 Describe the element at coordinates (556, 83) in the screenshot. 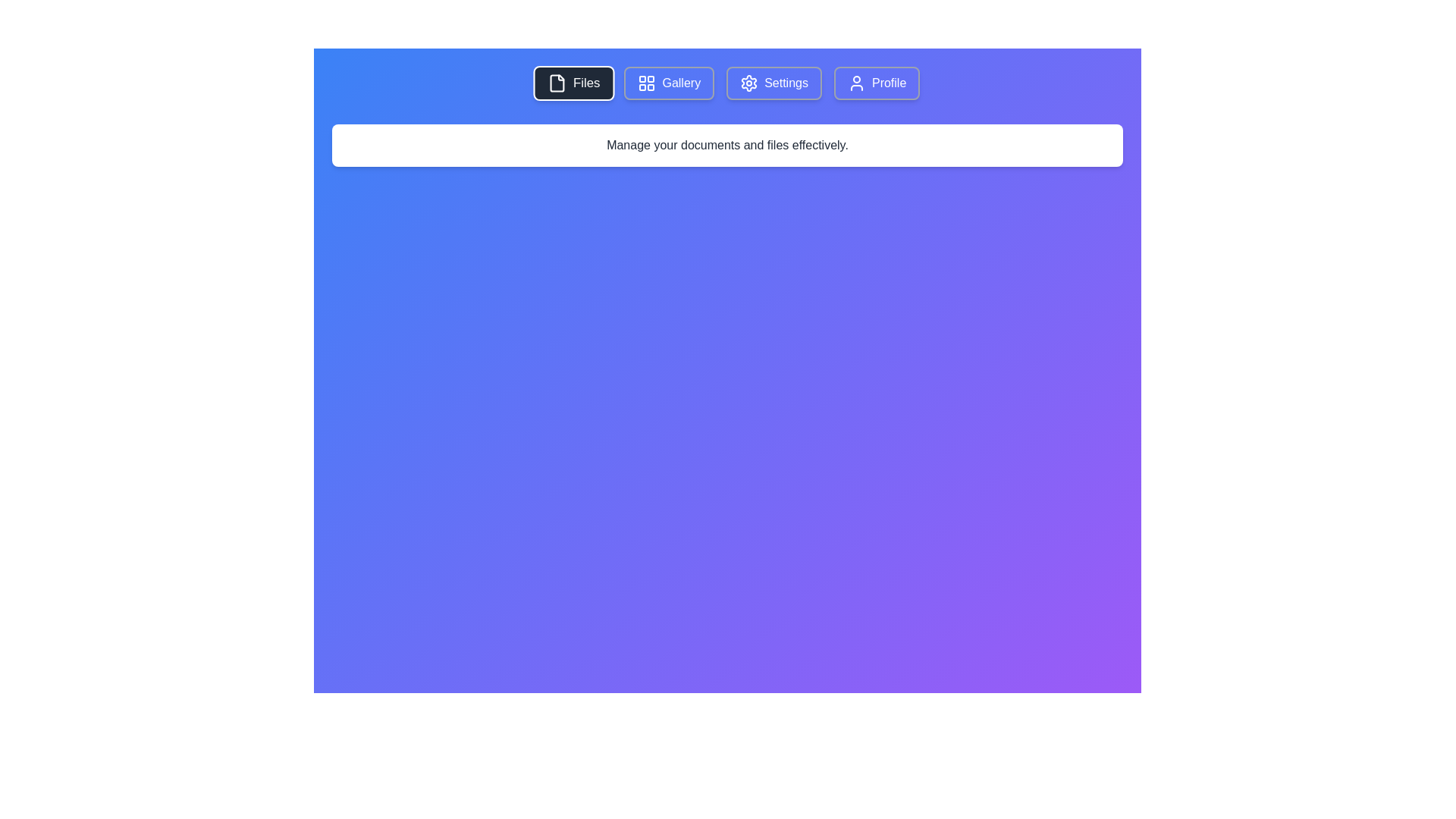

I see `the 'Files' icon located in the top-left segment of the interface` at that location.